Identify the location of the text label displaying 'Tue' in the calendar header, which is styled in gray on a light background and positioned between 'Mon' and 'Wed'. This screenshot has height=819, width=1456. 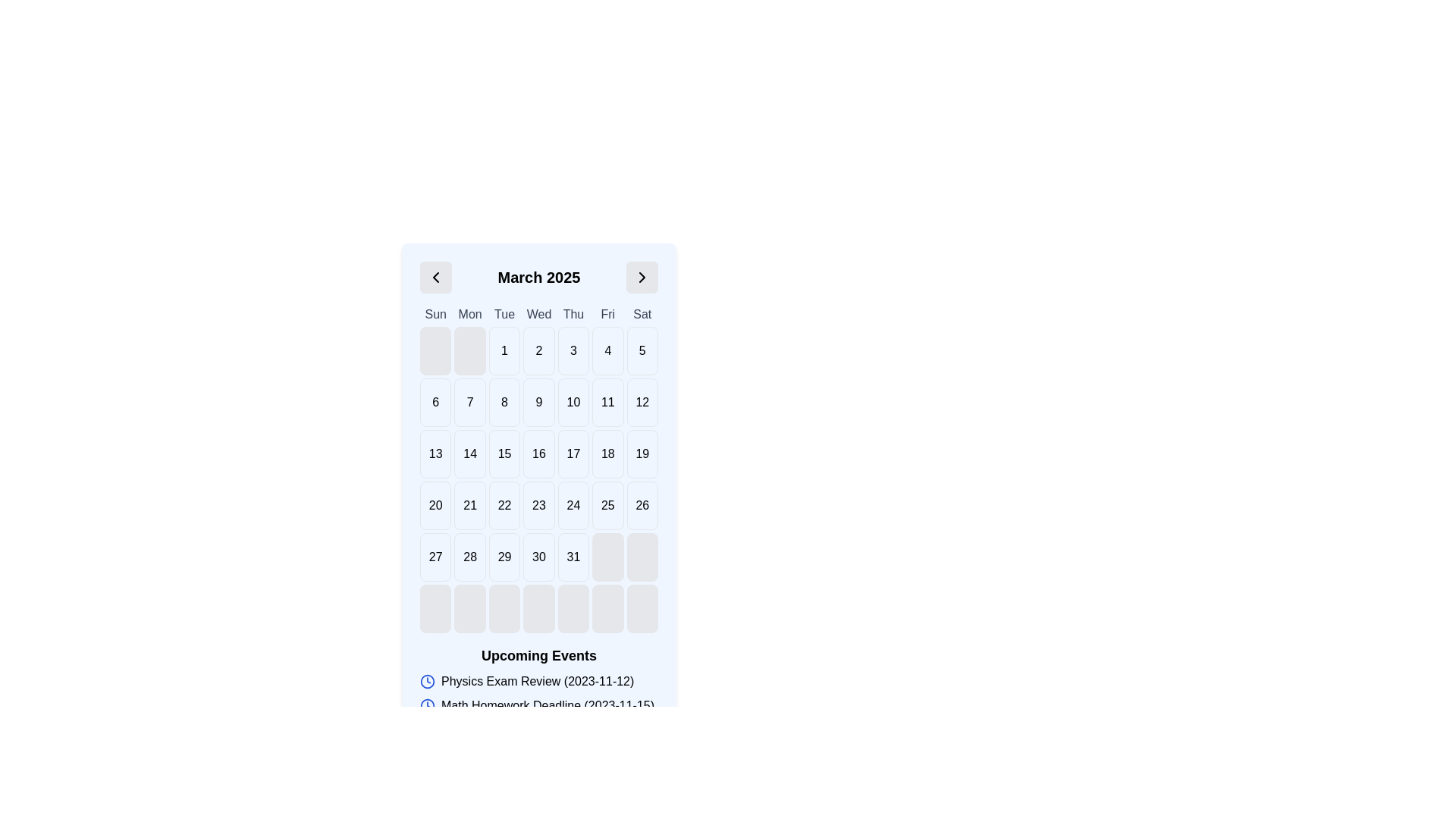
(504, 314).